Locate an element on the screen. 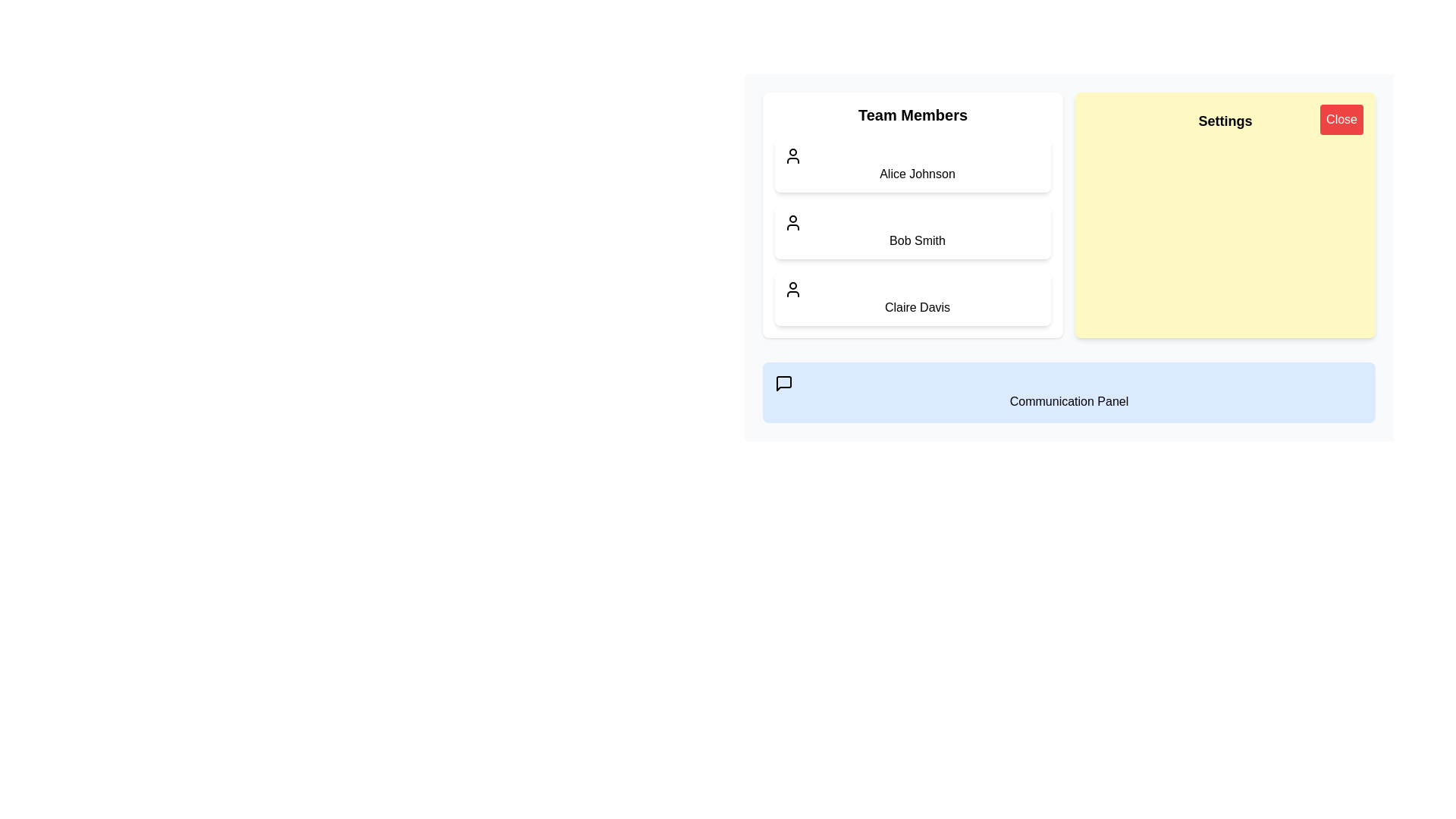 Image resolution: width=1456 pixels, height=819 pixels. the text label reading 'Bob Smith' is located at coordinates (916, 240).